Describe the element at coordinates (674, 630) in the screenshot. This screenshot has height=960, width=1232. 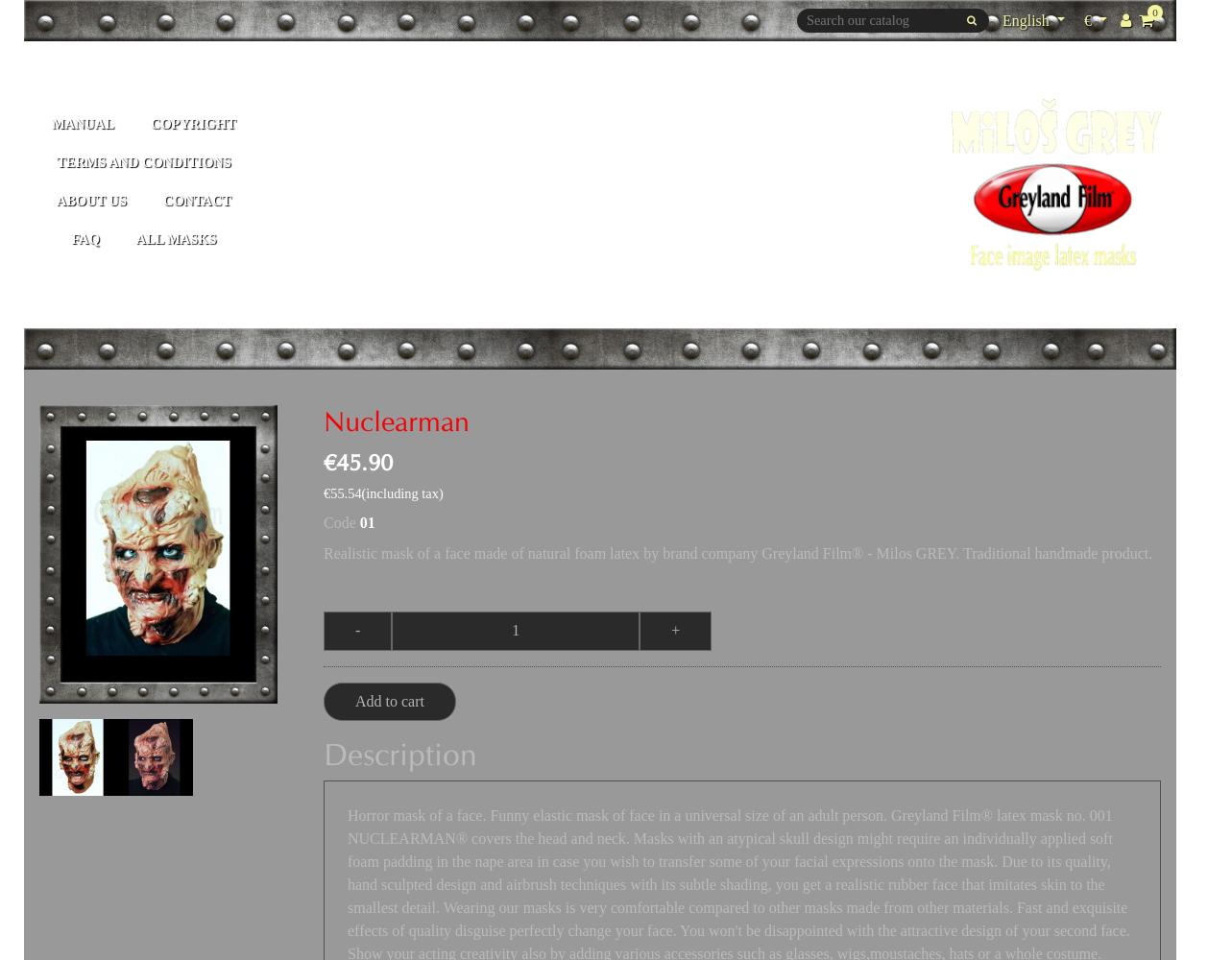
I see `'+'` at that location.